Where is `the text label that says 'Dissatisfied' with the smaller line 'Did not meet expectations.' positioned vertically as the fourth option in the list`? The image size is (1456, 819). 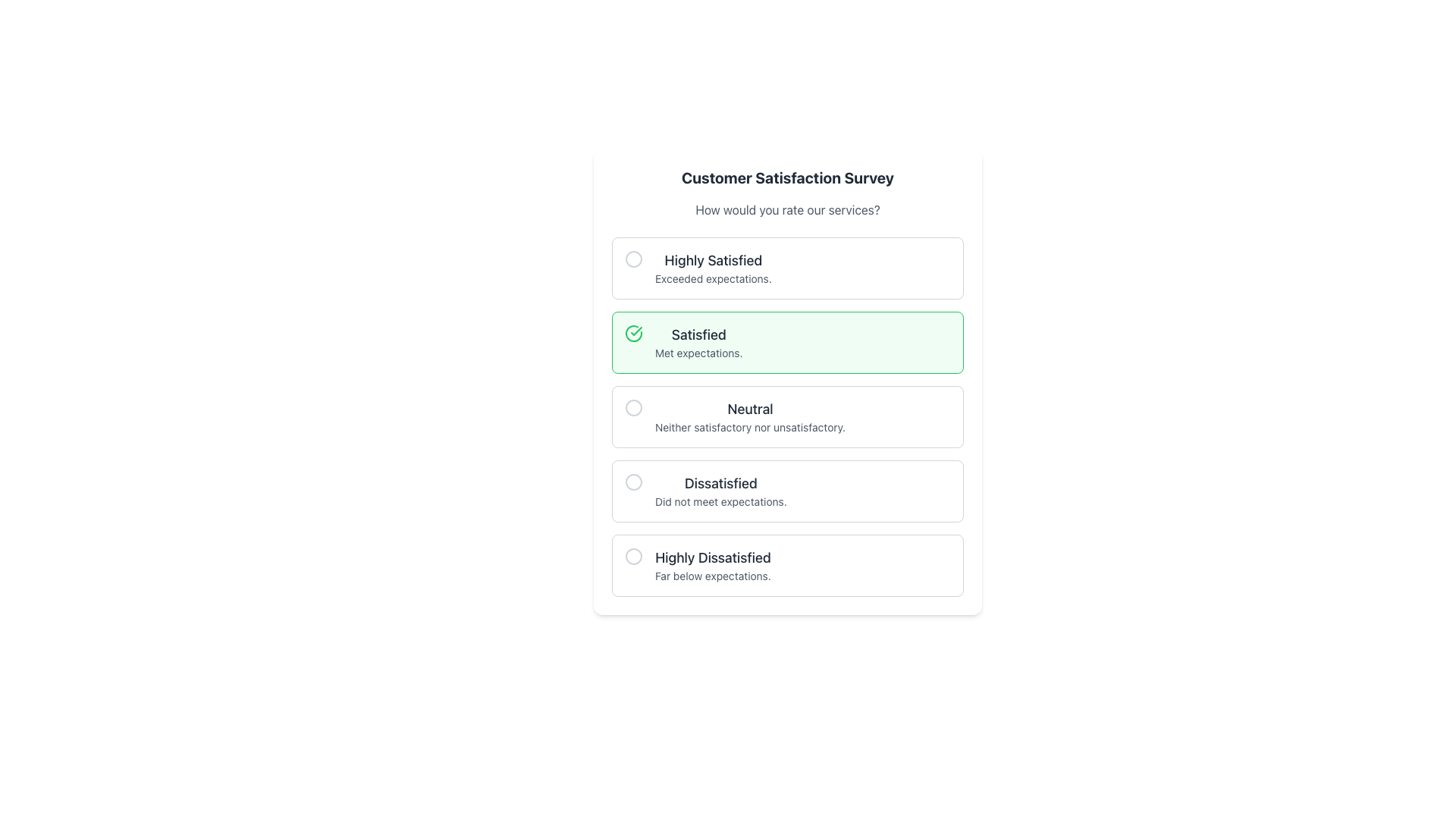 the text label that says 'Dissatisfied' with the smaller line 'Did not meet expectations.' positioned vertically as the fourth option in the list is located at coordinates (720, 491).